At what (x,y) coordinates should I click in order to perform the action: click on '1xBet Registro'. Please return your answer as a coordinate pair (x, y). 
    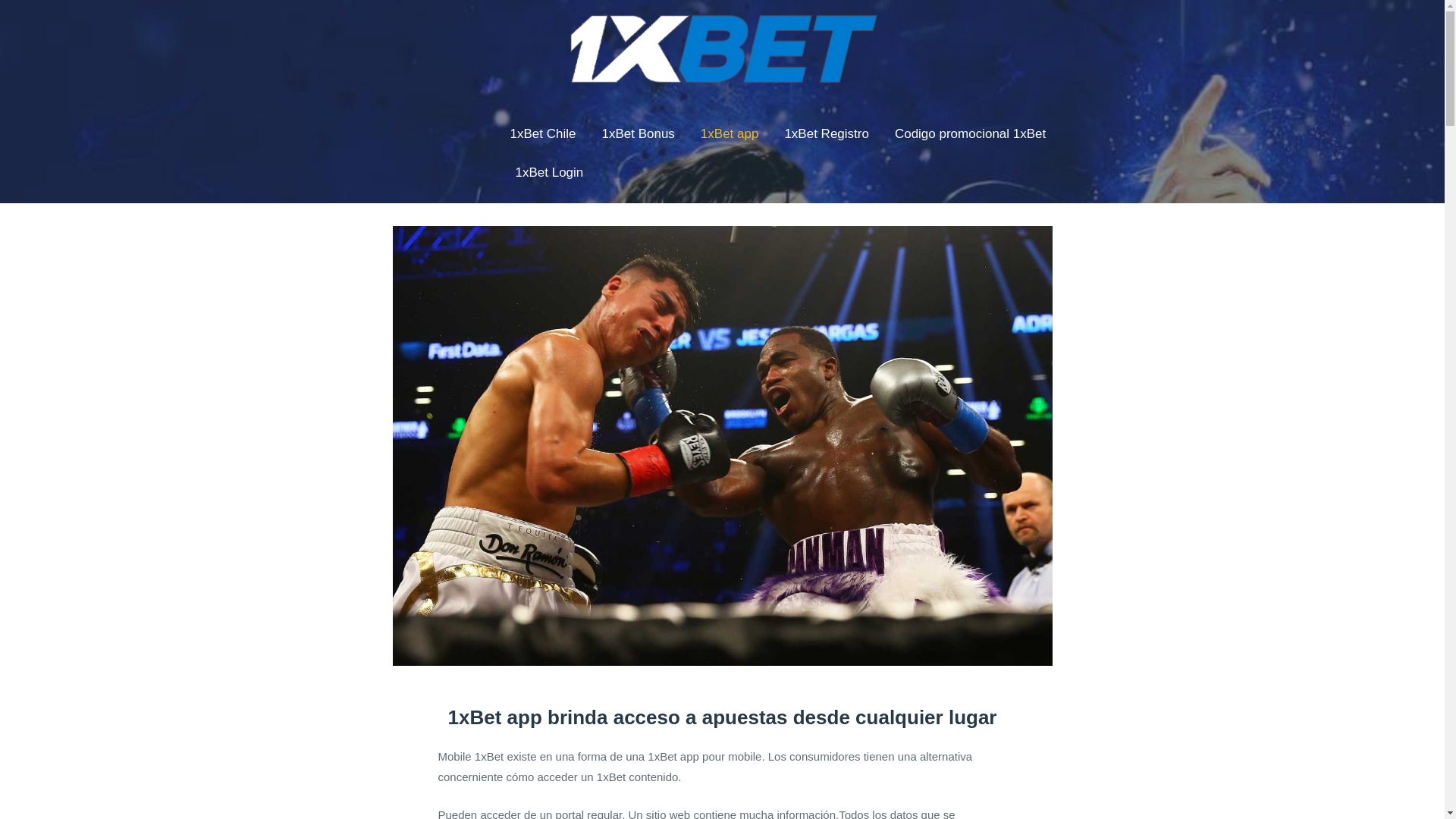
    Looking at the image, I should click on (825, 133).